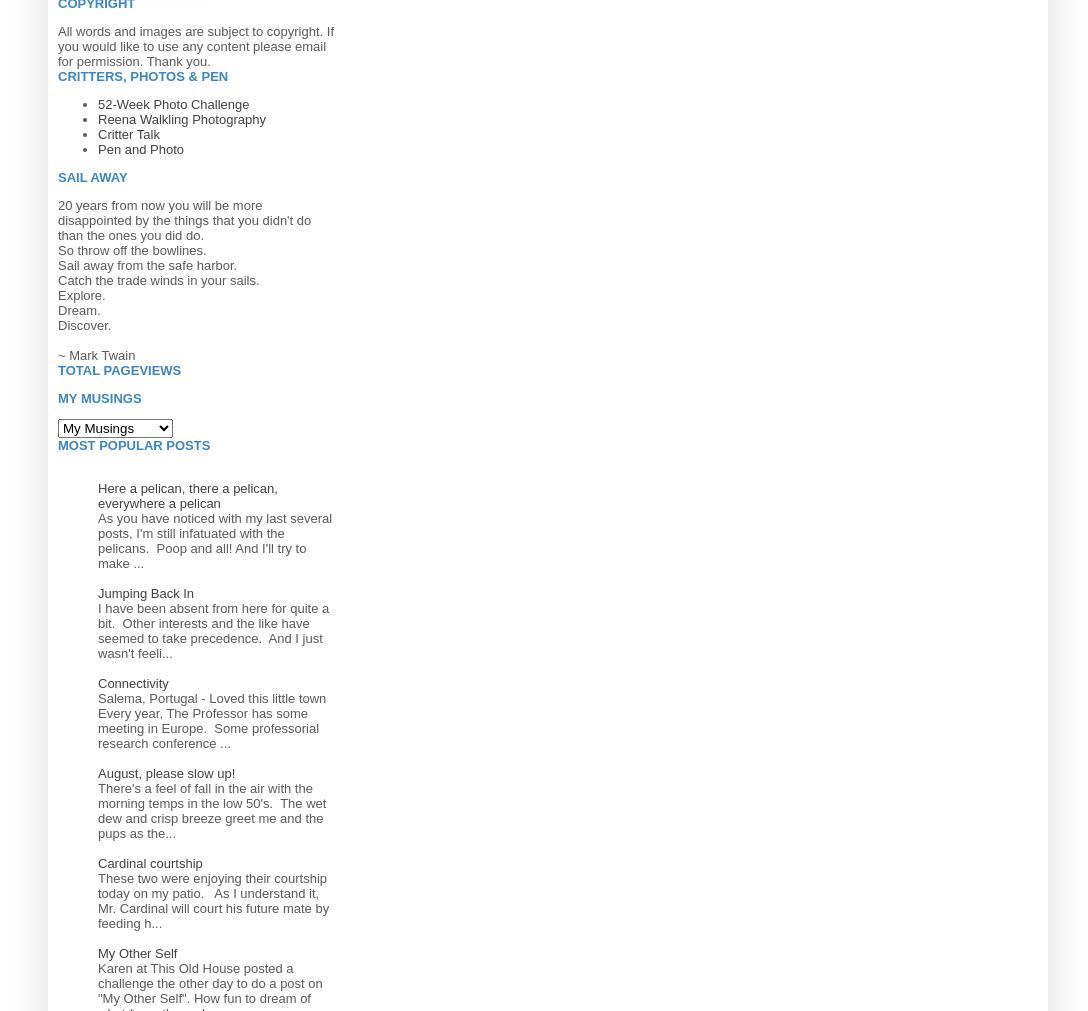  Describe the element at coordinates (172, 102) in the screenshot. I see `'52-Week Photo Challenge'` at that location.